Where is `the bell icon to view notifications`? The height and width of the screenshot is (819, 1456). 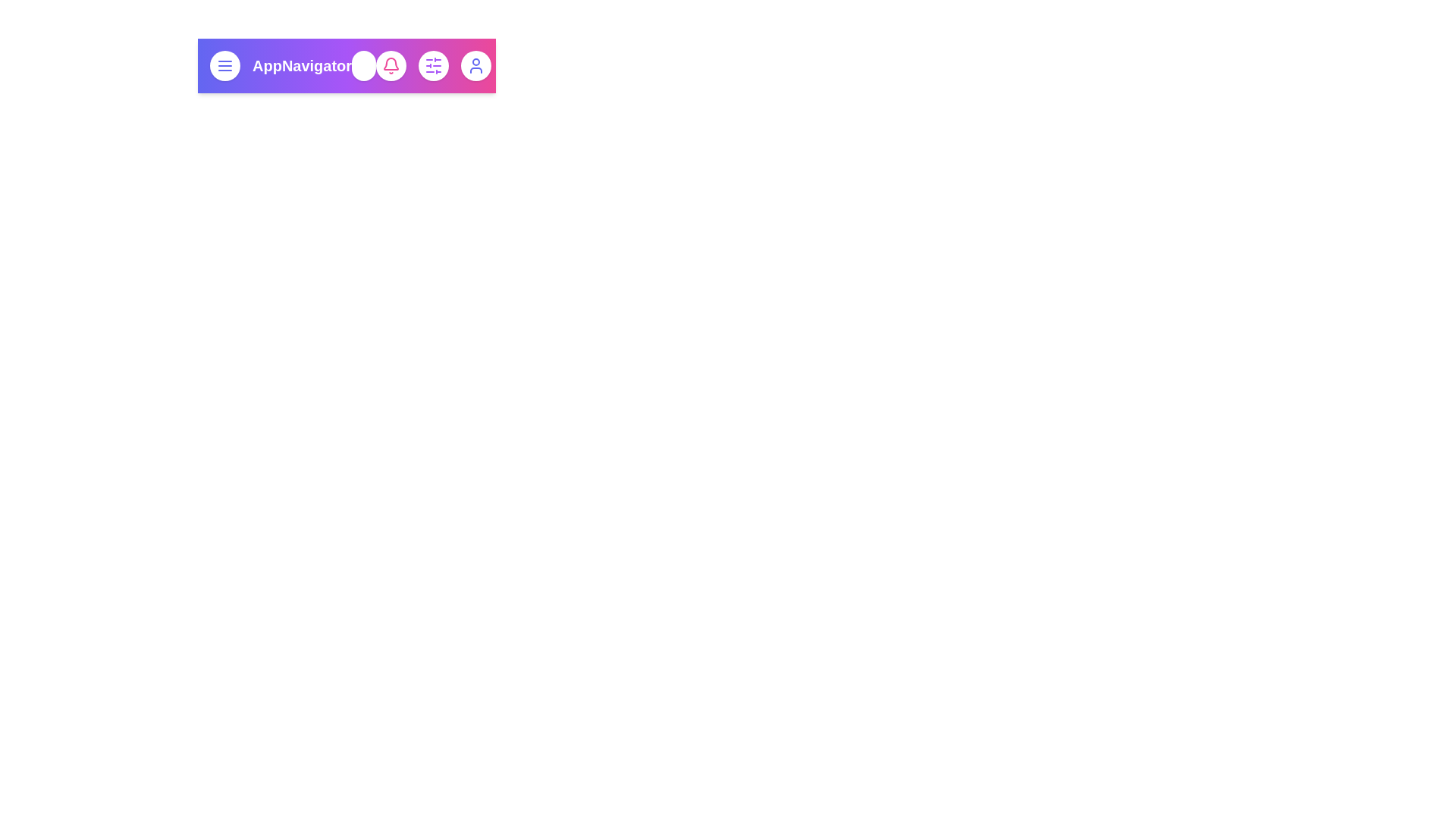
the bell icon to view notifications is located at coordinates (391, 65).